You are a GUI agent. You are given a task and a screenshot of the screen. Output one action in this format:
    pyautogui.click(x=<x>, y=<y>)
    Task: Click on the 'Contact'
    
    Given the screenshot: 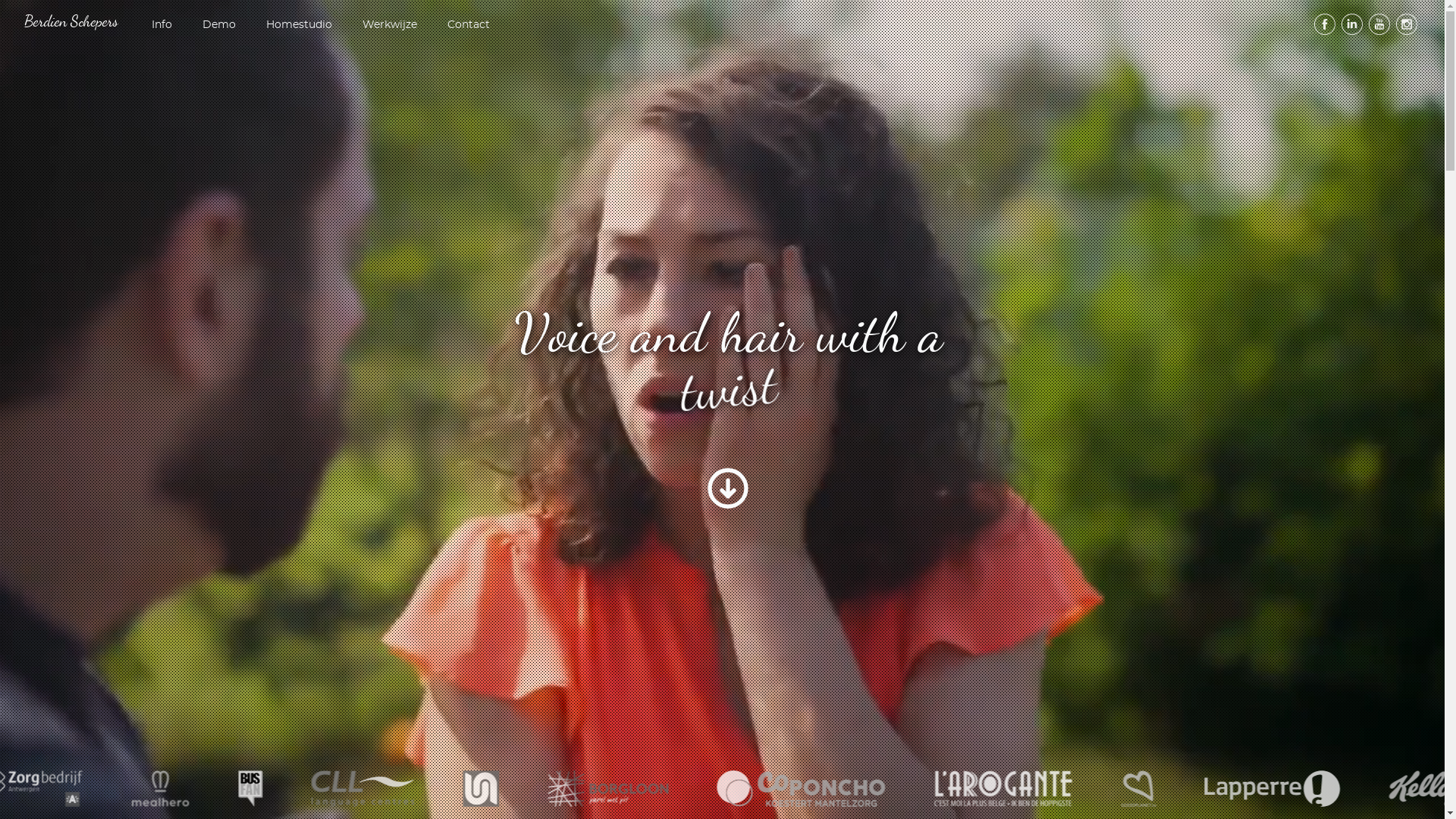 What is the action you would take?
    pyautogui.click(x=443, y=24)
    